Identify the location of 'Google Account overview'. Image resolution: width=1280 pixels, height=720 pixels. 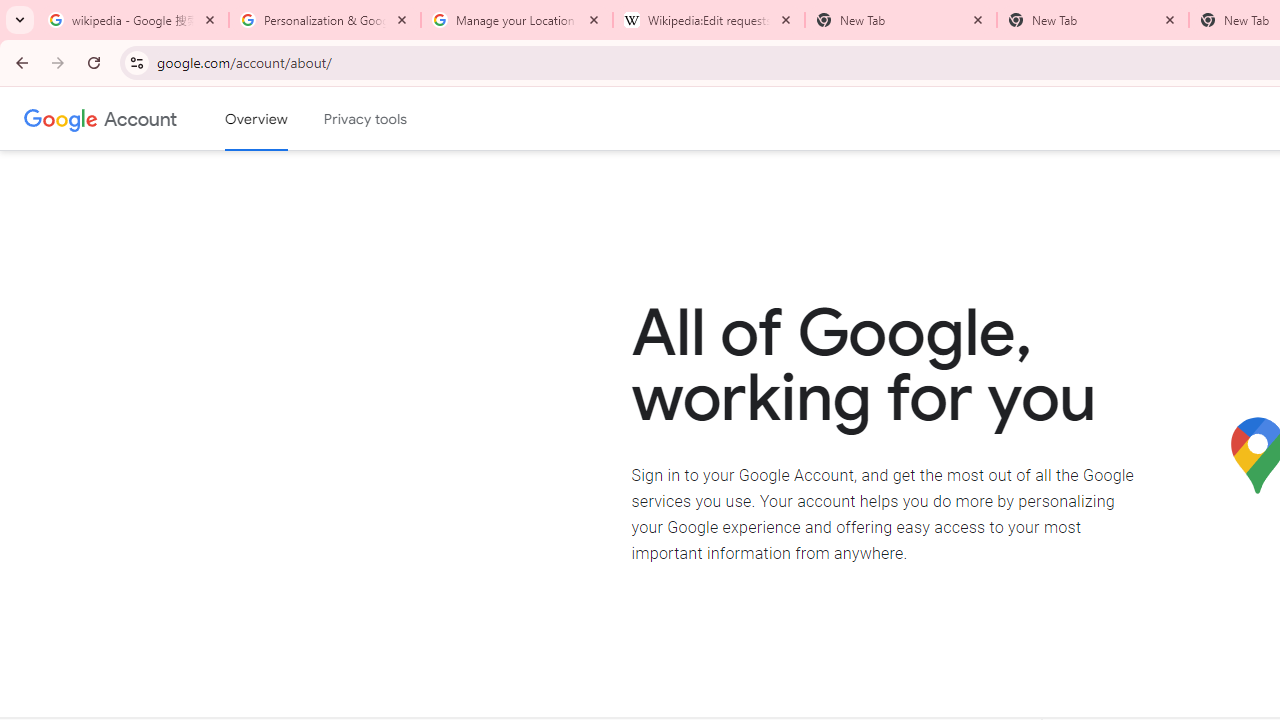
(255, 119).